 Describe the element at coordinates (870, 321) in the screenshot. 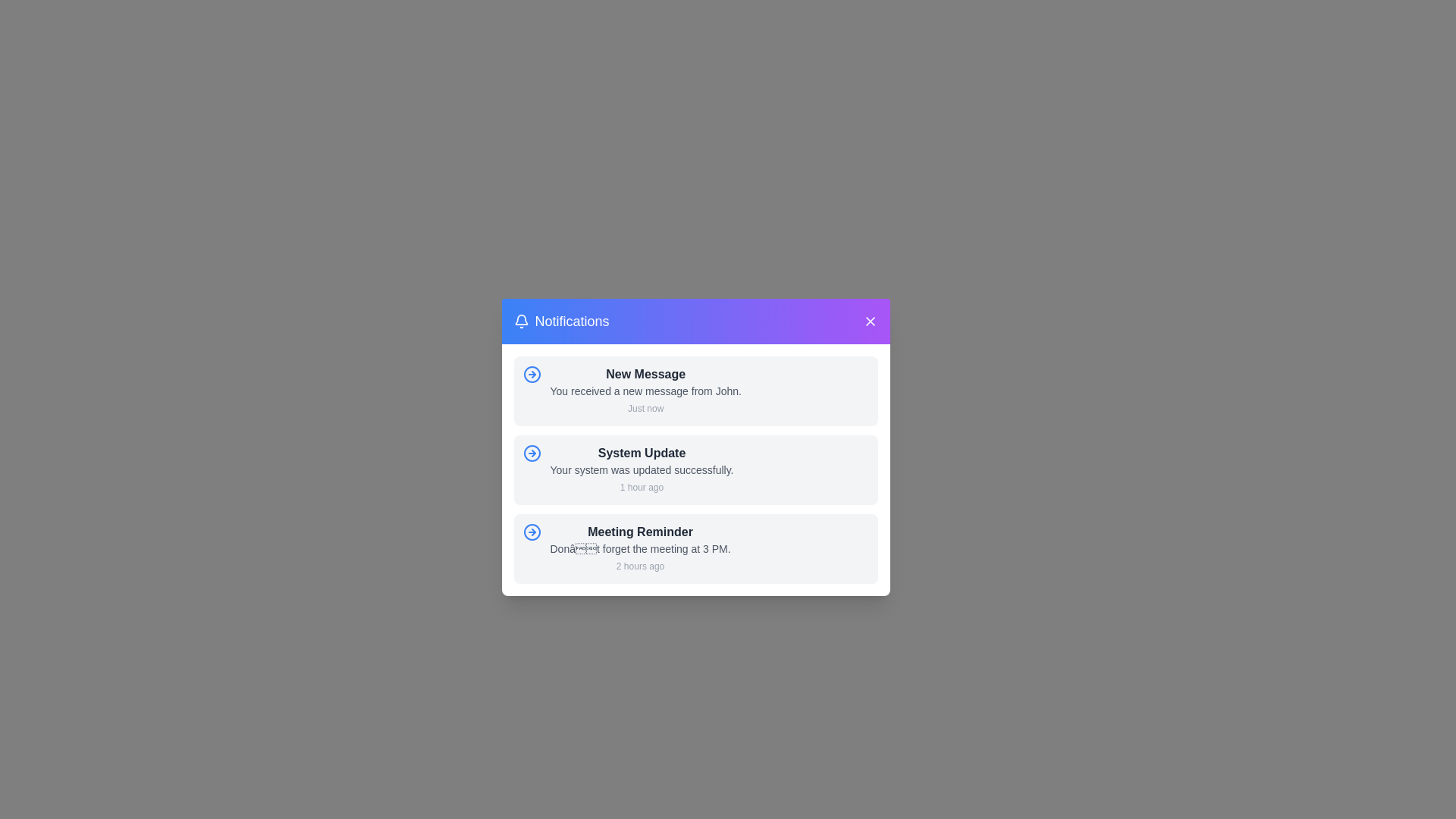

I see `the close button located in the top-right corner of the notification popup` at that location.